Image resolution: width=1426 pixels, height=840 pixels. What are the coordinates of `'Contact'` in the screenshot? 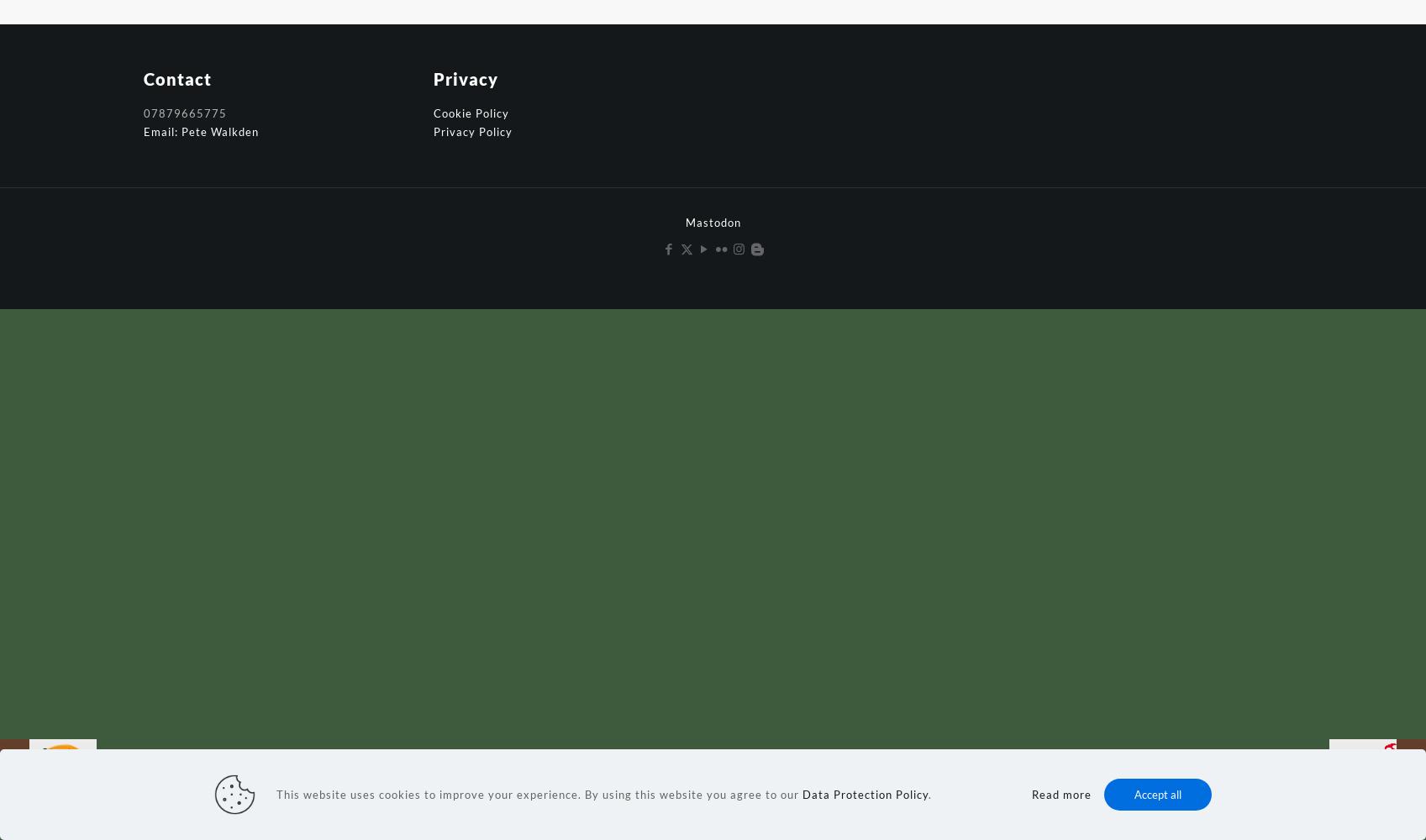 It's located at (143, 78).